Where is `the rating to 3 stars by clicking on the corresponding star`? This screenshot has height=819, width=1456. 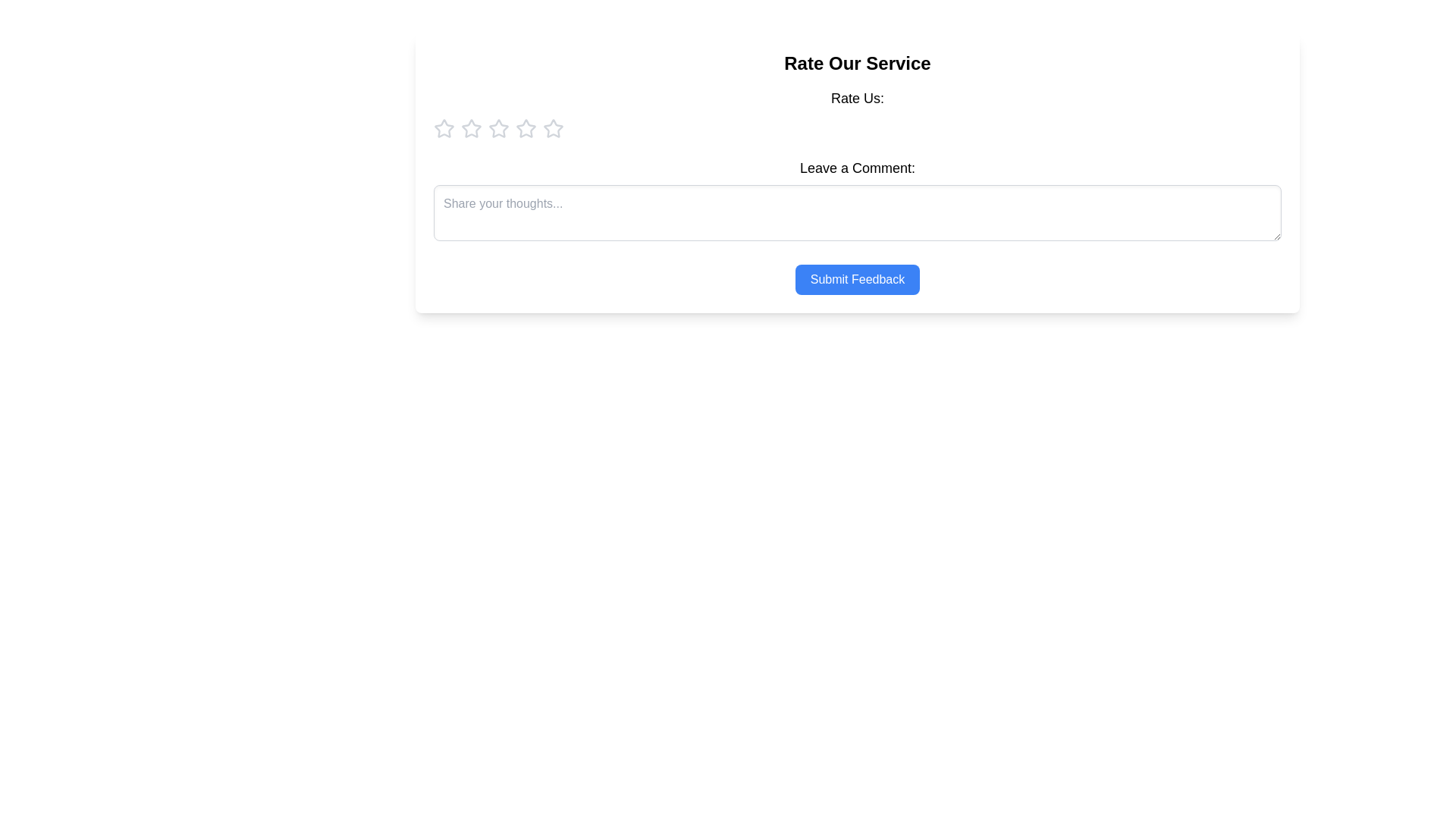
the rating to 3 stars by clicking on the corresponding star is located at coordinates (498, 127).